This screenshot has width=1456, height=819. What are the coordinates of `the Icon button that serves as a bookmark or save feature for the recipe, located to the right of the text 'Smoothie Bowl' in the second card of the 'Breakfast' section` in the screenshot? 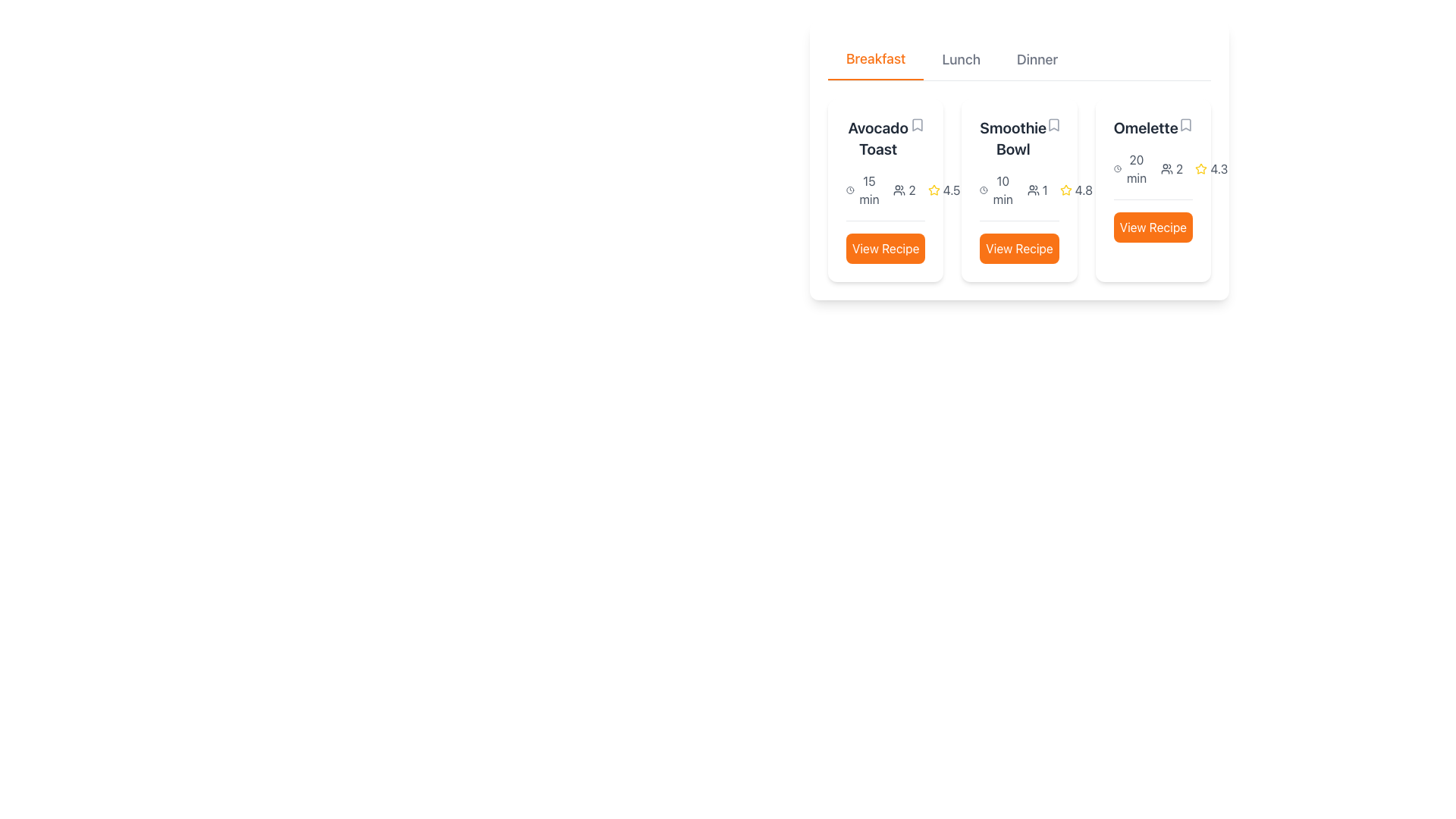 It's located at (1053, 124).